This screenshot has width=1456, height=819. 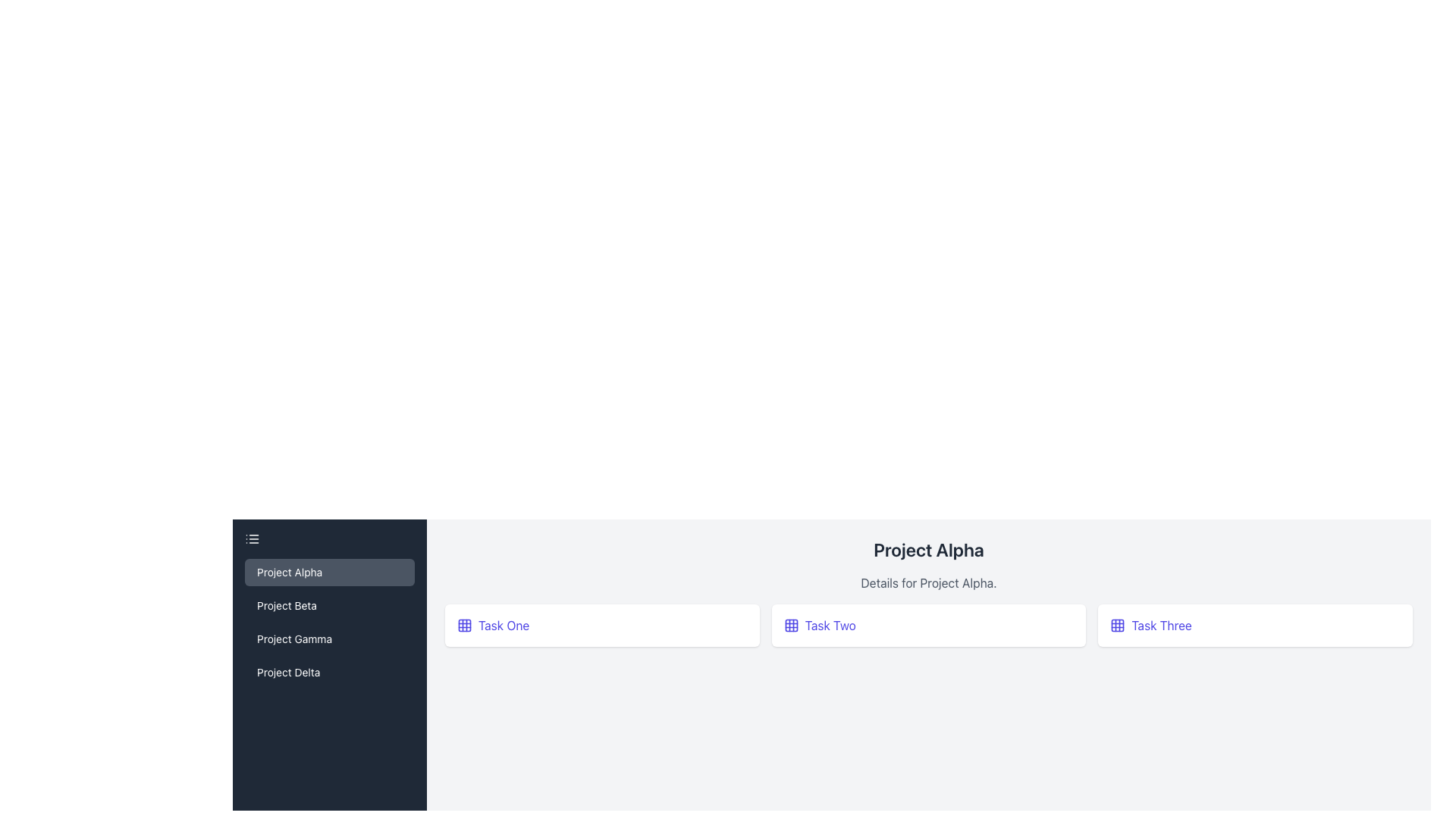 What do you see at coordinates (329, 639) in the screenshot?
I see `the 'Project Gamma' button, which is the third item in the project list` at bounding box center [329, 639].